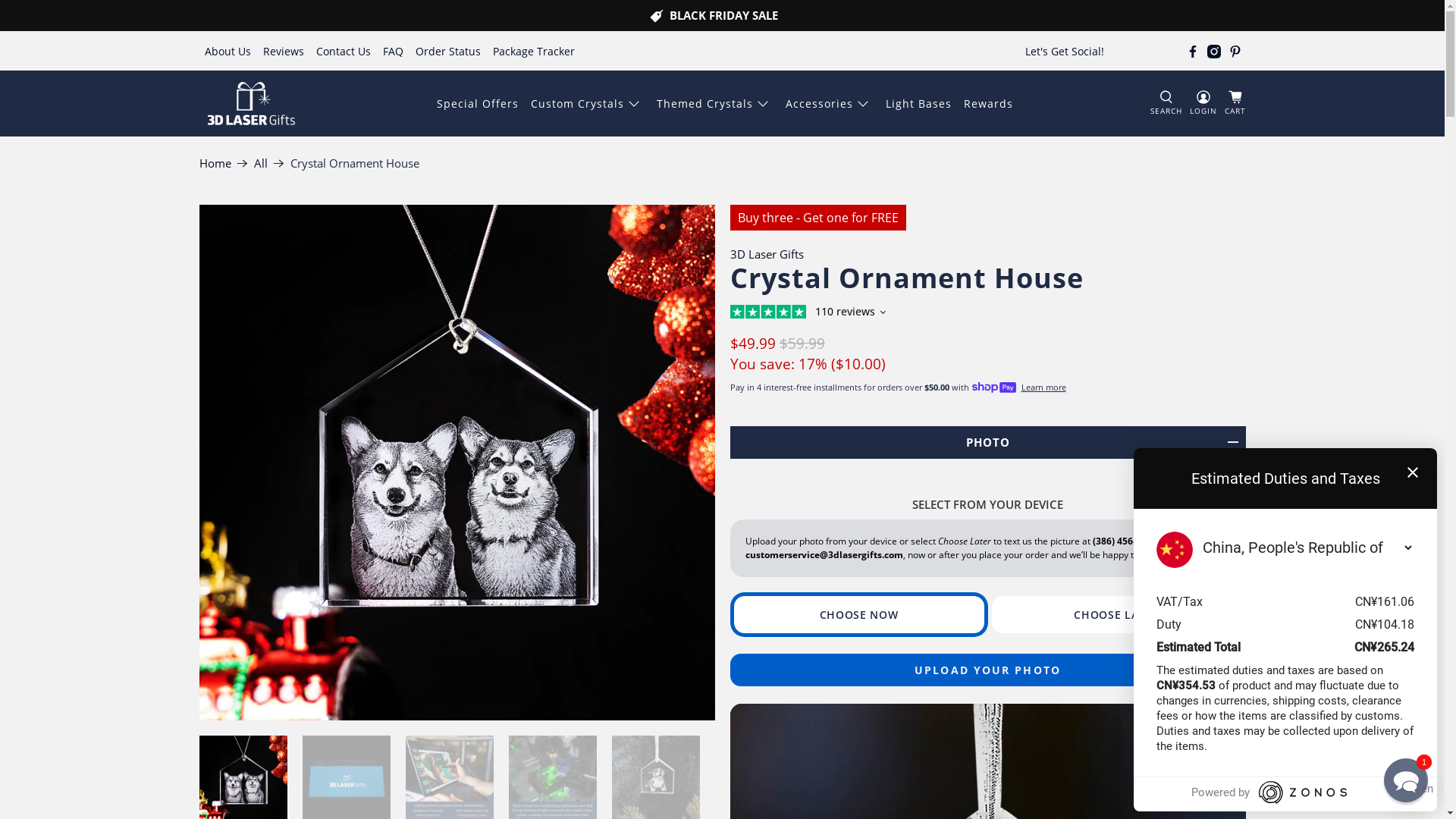 This screenshot has height=819, width=1456. What do you see at coordinates (766, 253) in the screenshot?
I see `'3D Laser Gifts'` at bounding box center [766, 253].